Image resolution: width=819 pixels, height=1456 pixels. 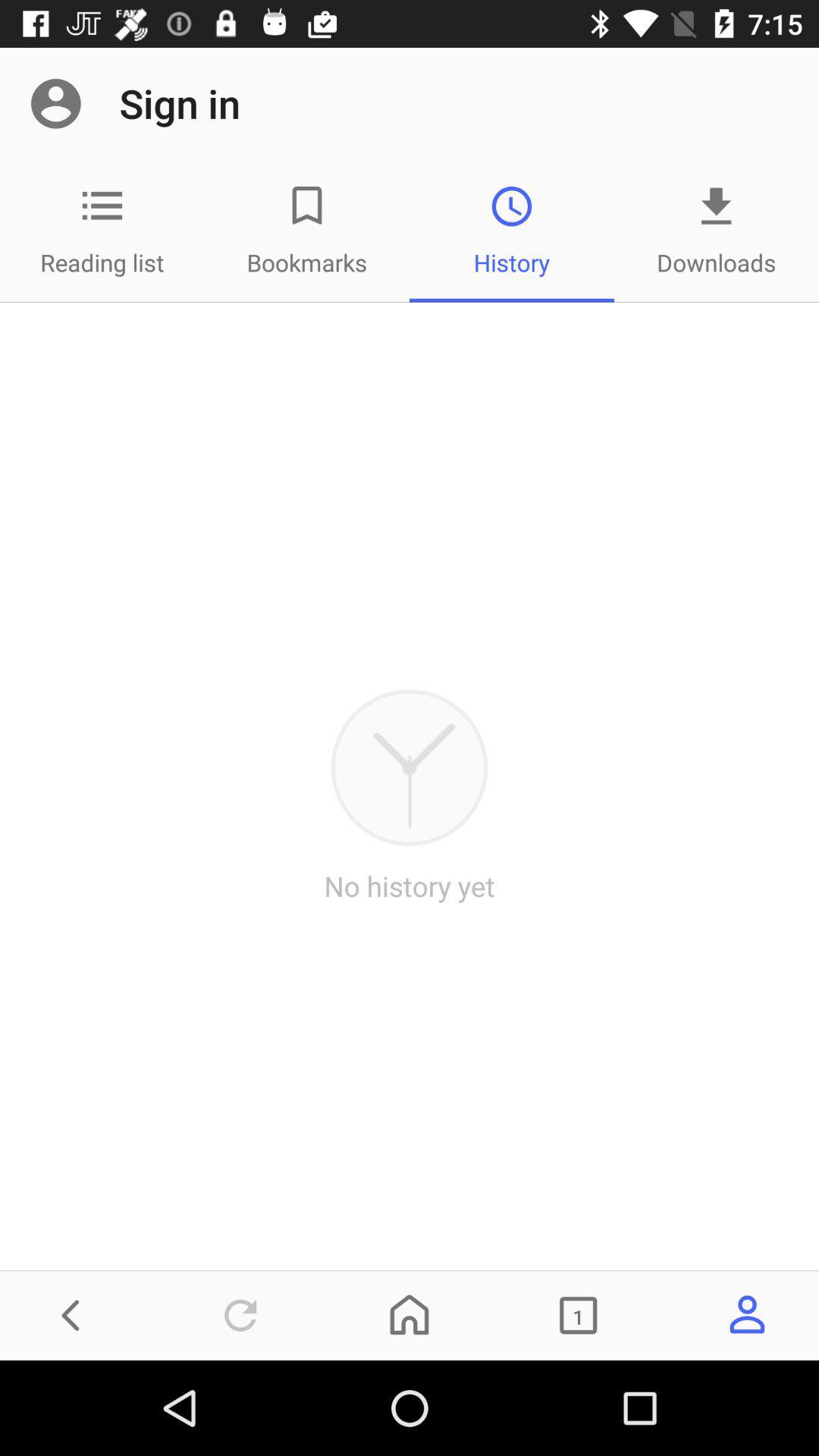 I want to click on the button above bookmarks, so click(x=307, y=206).